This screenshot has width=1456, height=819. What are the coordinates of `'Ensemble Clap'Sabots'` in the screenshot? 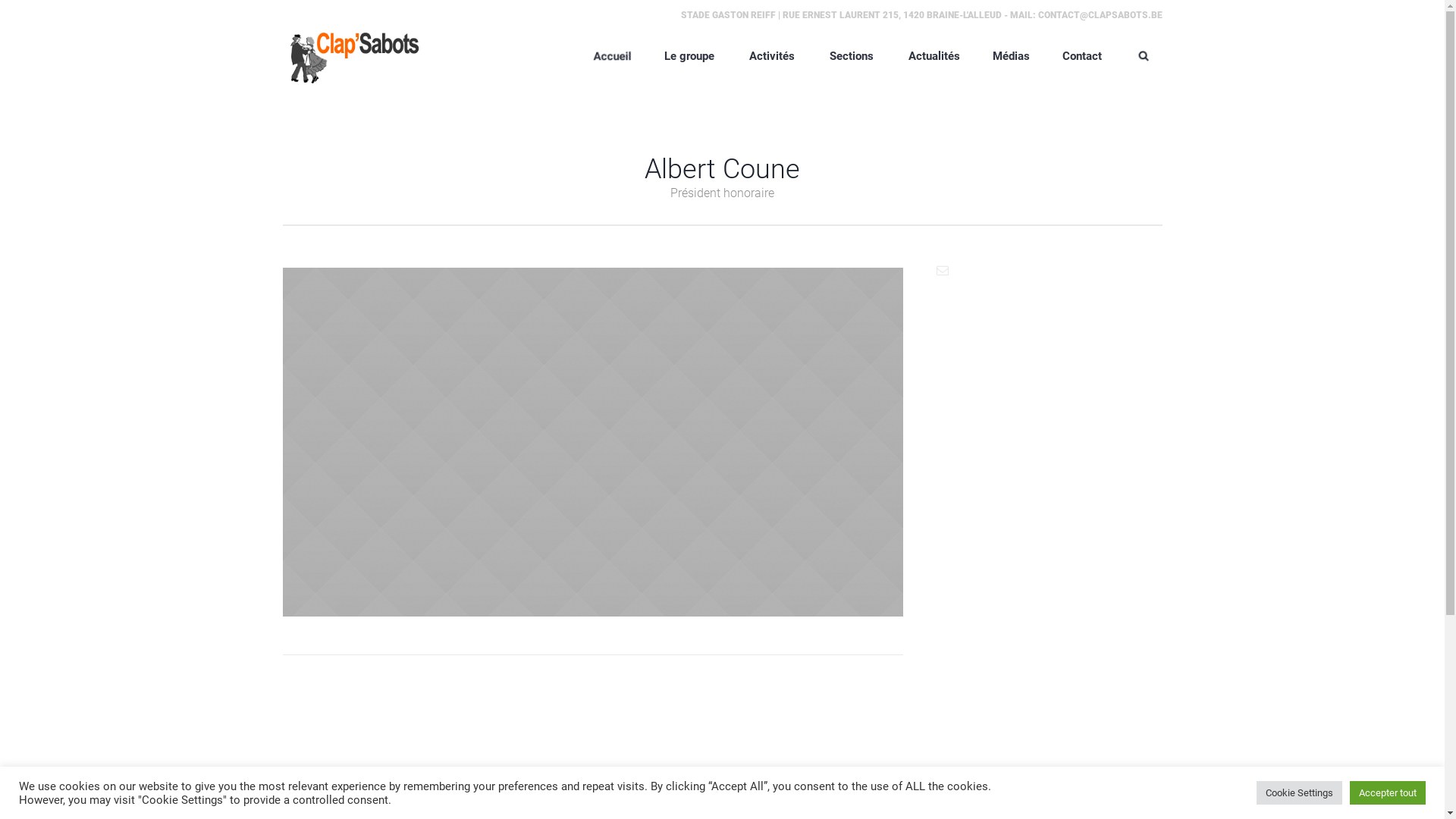 It's located at (350, 55).